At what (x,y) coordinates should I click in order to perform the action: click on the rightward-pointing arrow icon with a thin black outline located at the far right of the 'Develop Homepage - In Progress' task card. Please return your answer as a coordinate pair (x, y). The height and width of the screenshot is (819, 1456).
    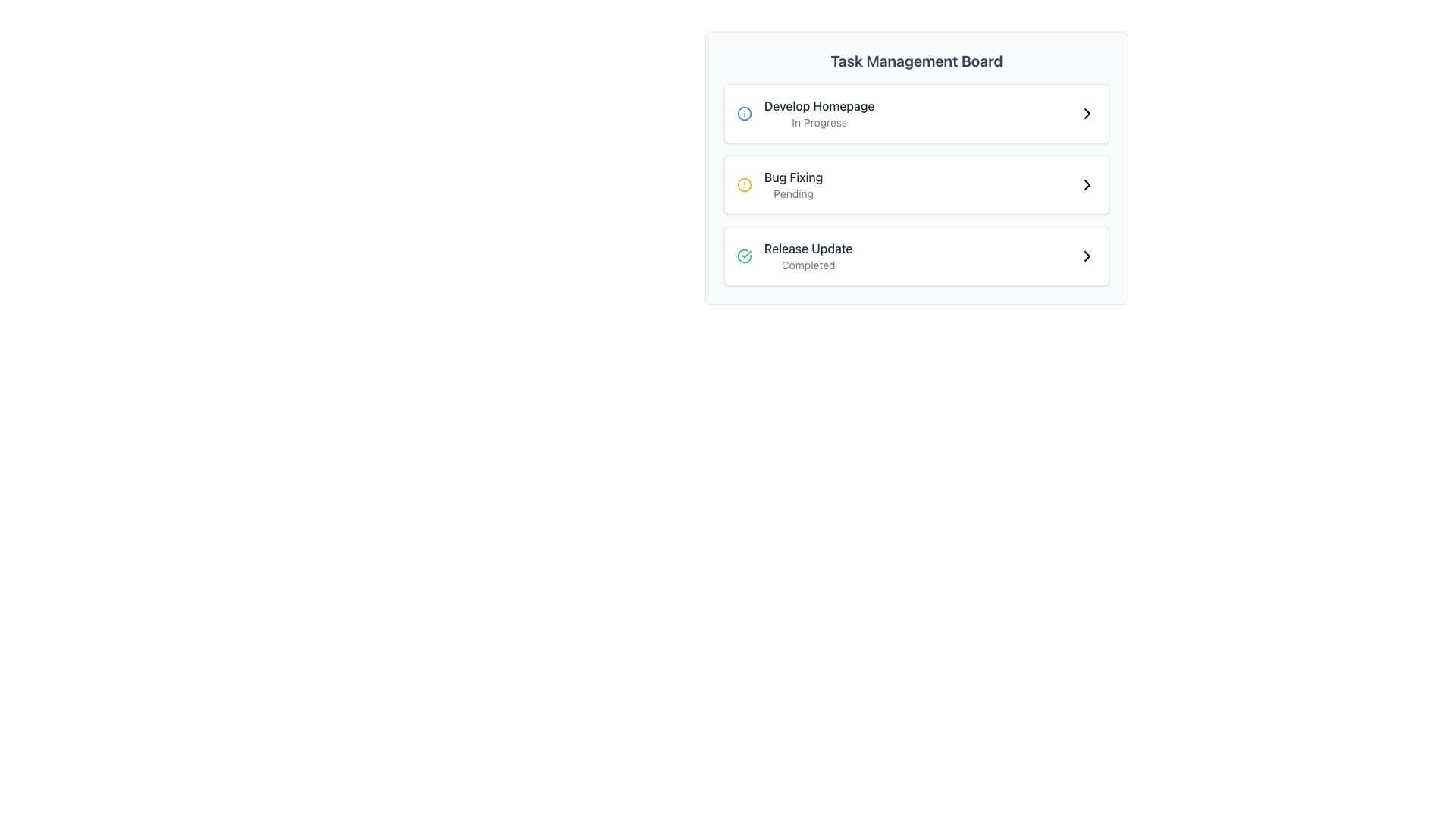
    Looking at the image, I should click on (1087, 113).